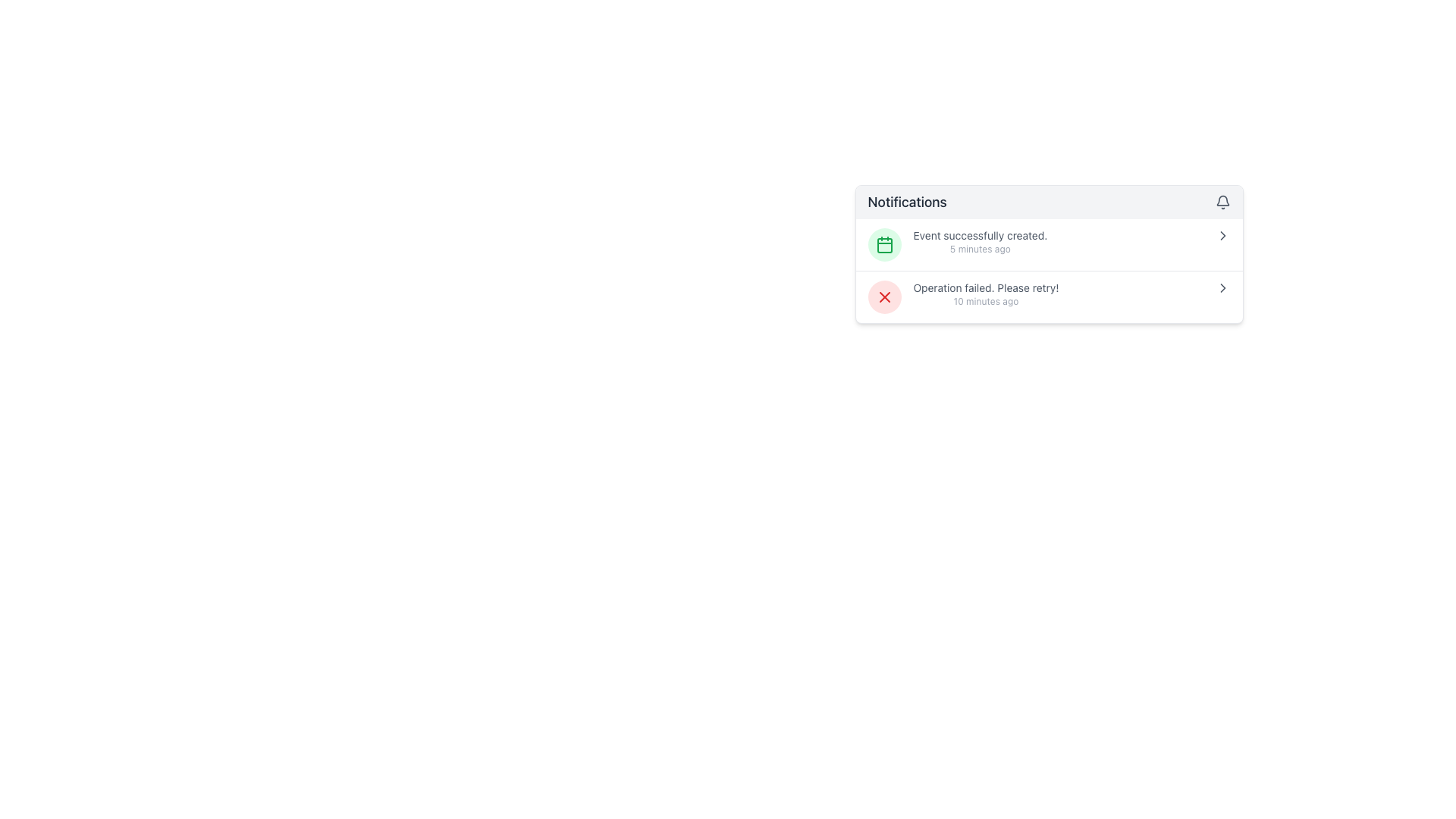 This screenshot has width=1456, height=819. What do you see at coordinates (884, 244) in the screenshot?
I see `the calendar icon within the green circular background, which indicates date-related notifications, located to the left of the notification labeled 'Event successfully created. 5 minutes ago.'` at bounding box center [884, 244].